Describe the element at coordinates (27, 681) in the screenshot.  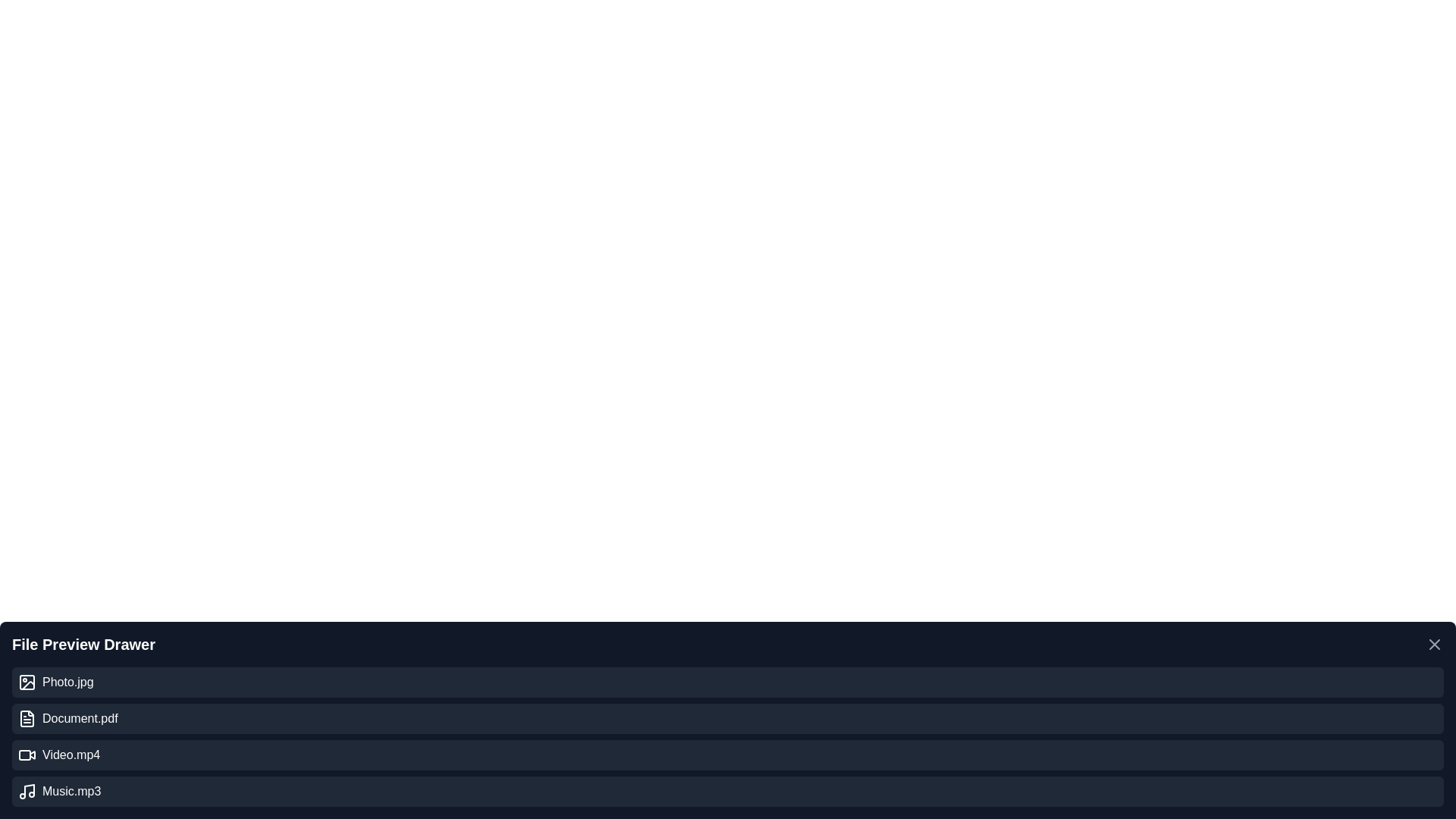
I see `the small rectangular icon with rounded corners located beside the label 'Photo.jpg' in the sidebar of the 'File Preview Drawer'` at that location.